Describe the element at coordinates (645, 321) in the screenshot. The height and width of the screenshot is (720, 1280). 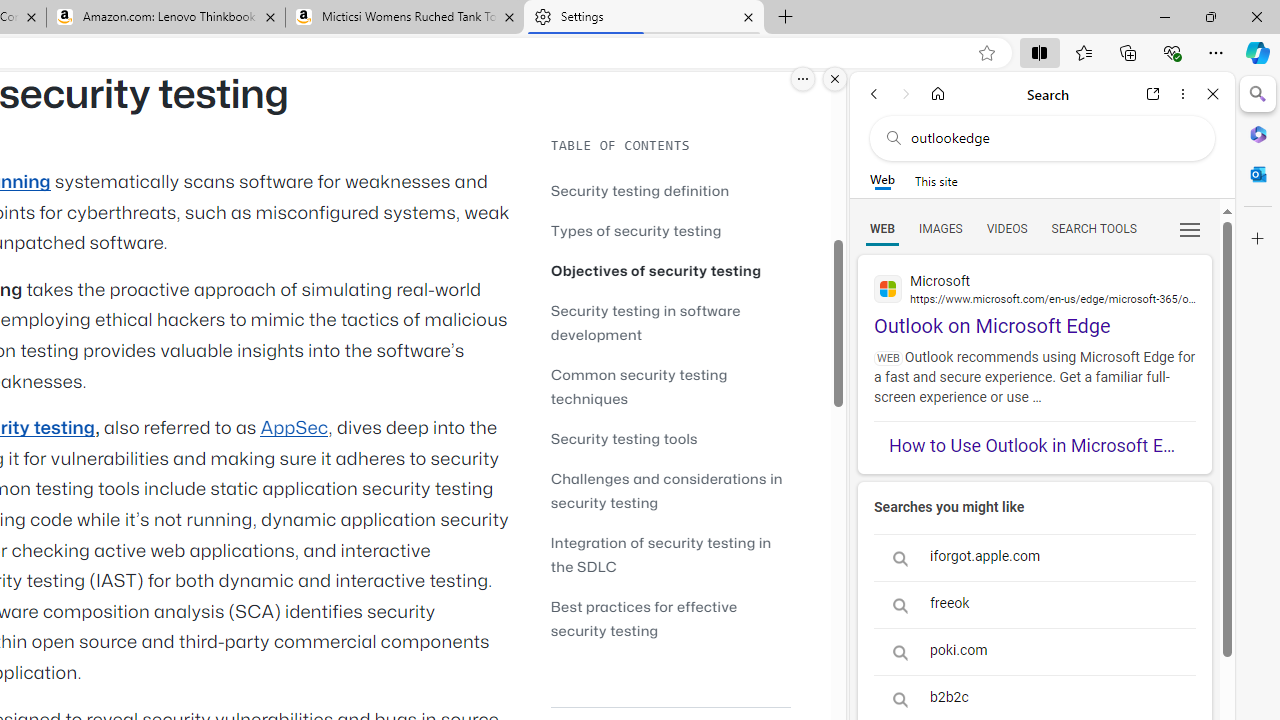
I see `'Security testing in software development'` at that location.